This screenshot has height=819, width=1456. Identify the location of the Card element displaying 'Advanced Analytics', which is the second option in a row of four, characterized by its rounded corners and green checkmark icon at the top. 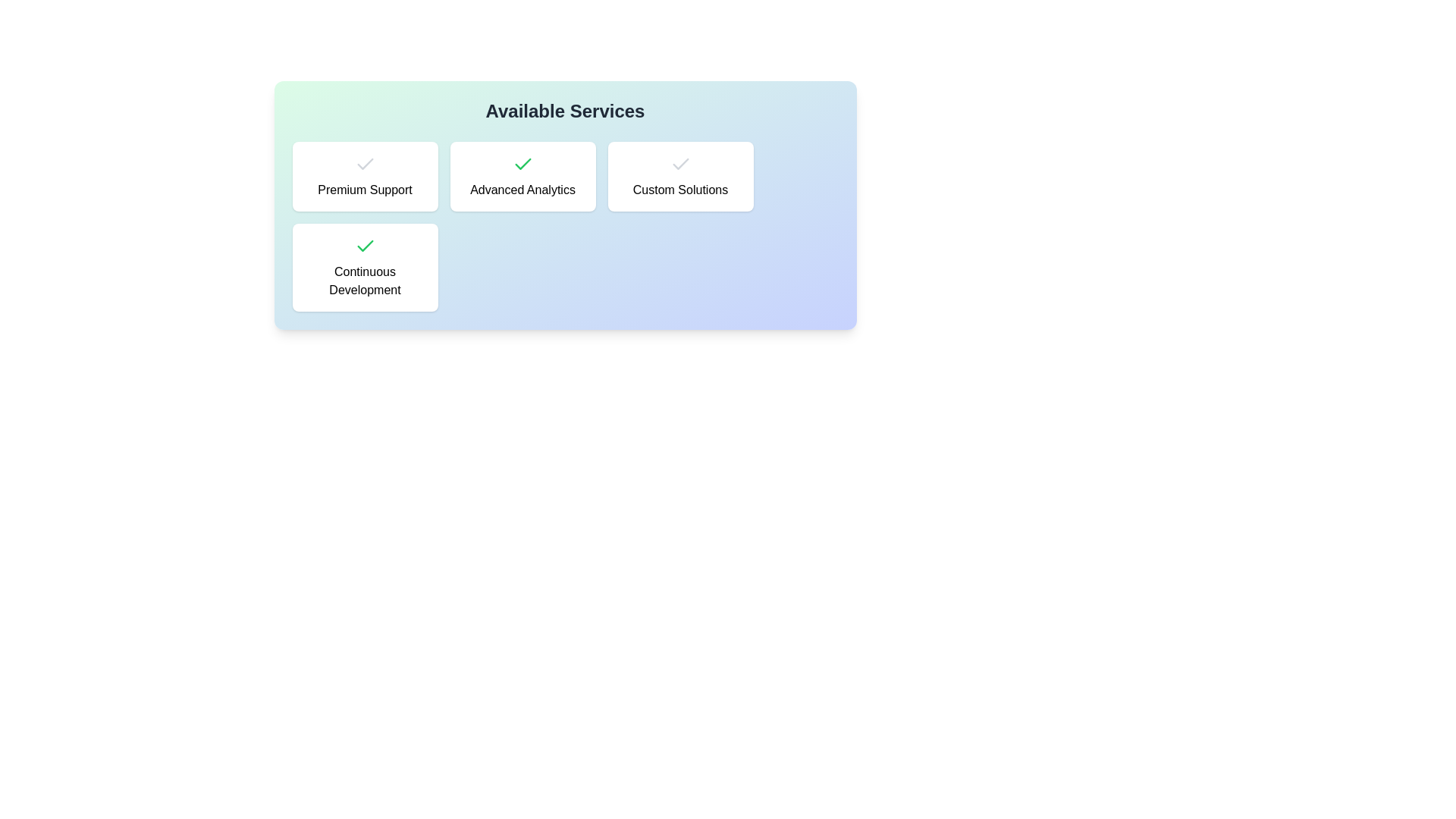
(522, 175).